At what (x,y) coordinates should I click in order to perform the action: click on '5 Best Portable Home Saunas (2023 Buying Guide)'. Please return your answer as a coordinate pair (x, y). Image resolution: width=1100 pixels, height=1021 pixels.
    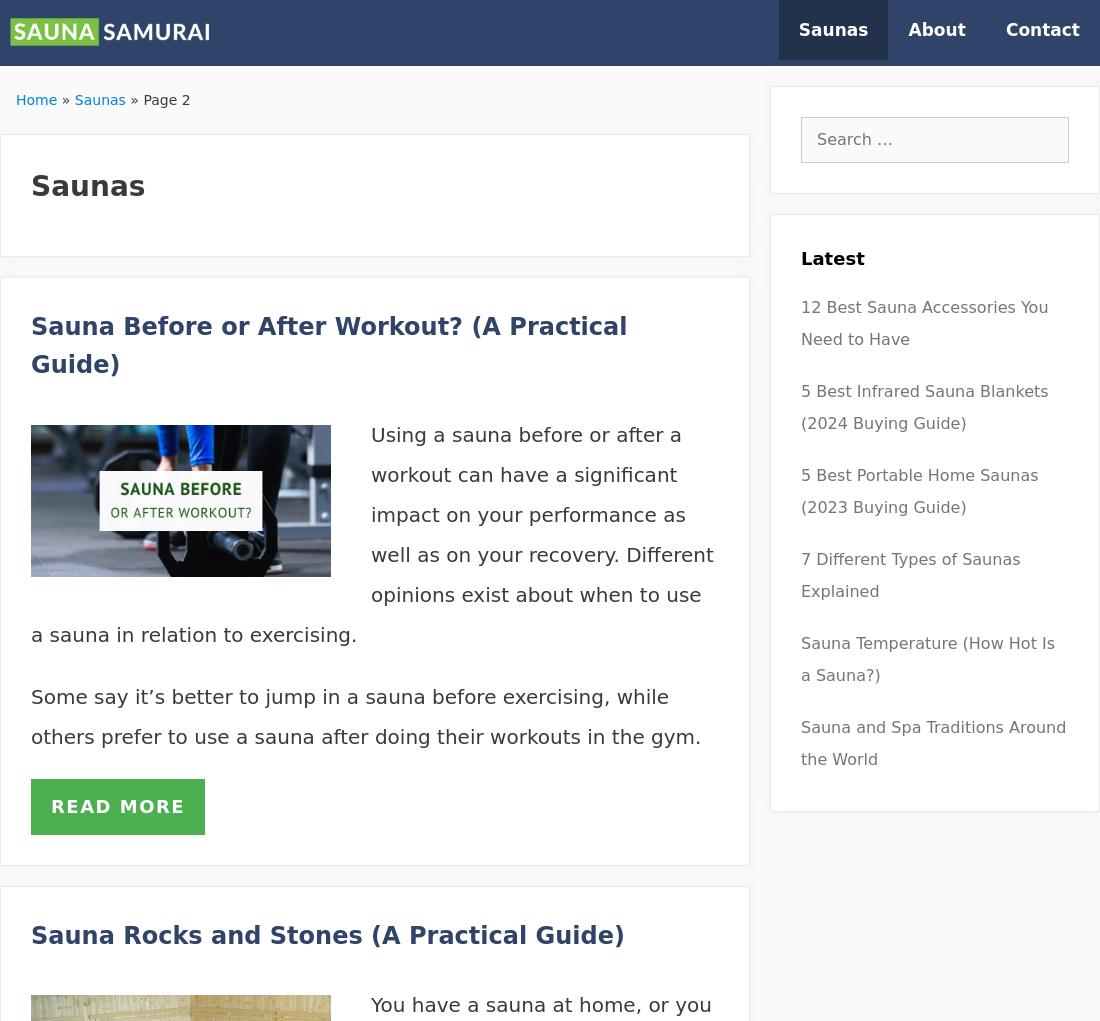
    Looking at the image, I should click on (919, 490).